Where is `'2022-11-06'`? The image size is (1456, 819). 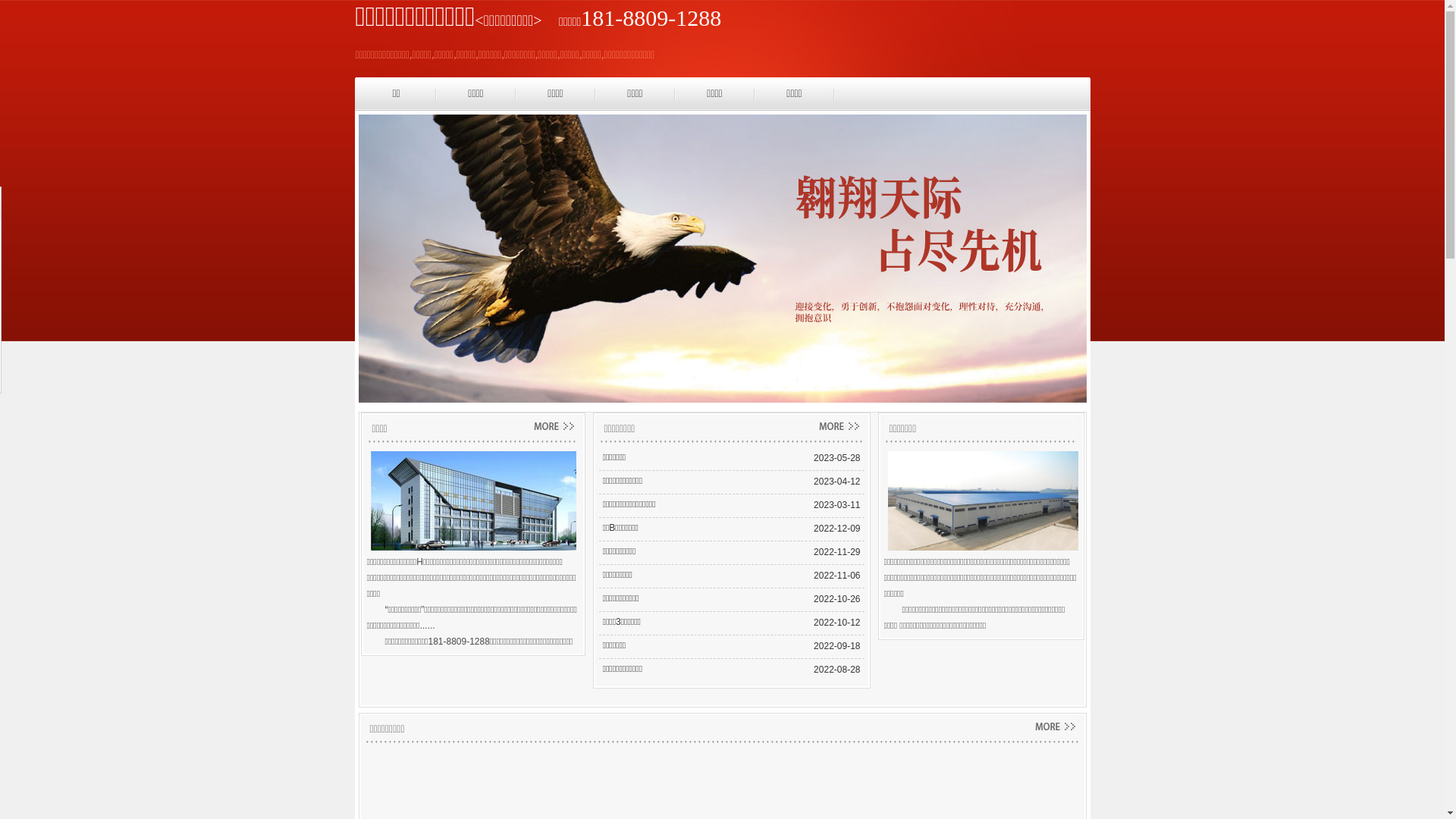
'2022-11-06' is located at coordinates (836, 576).